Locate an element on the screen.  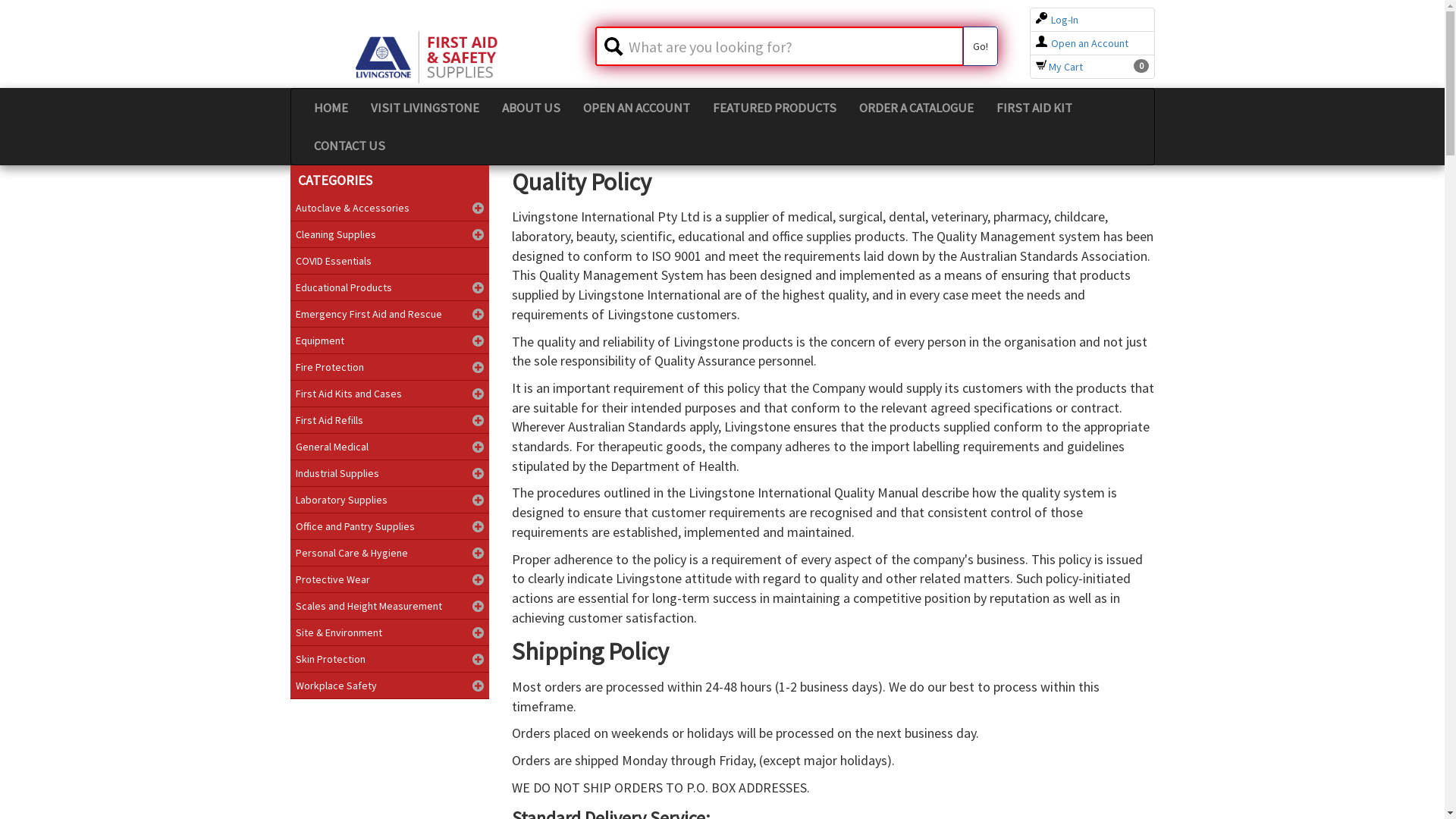
'HOME' is located at coordinates (329, 107).